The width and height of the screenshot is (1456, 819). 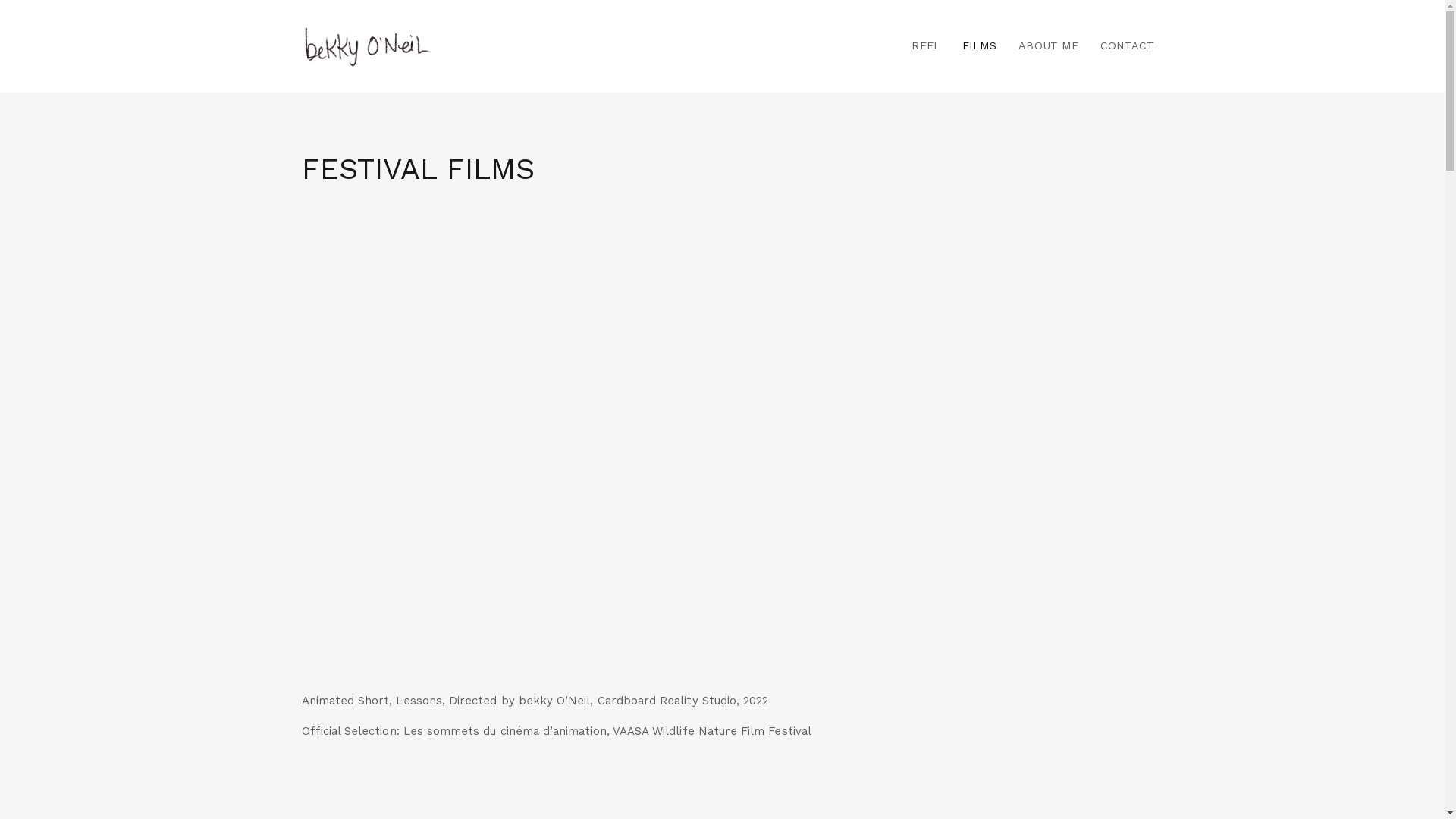 What do you see at coordinates (1121, 45) in the screenshot?
I see `'CONTACT'` at bounding box center [1121, 45].